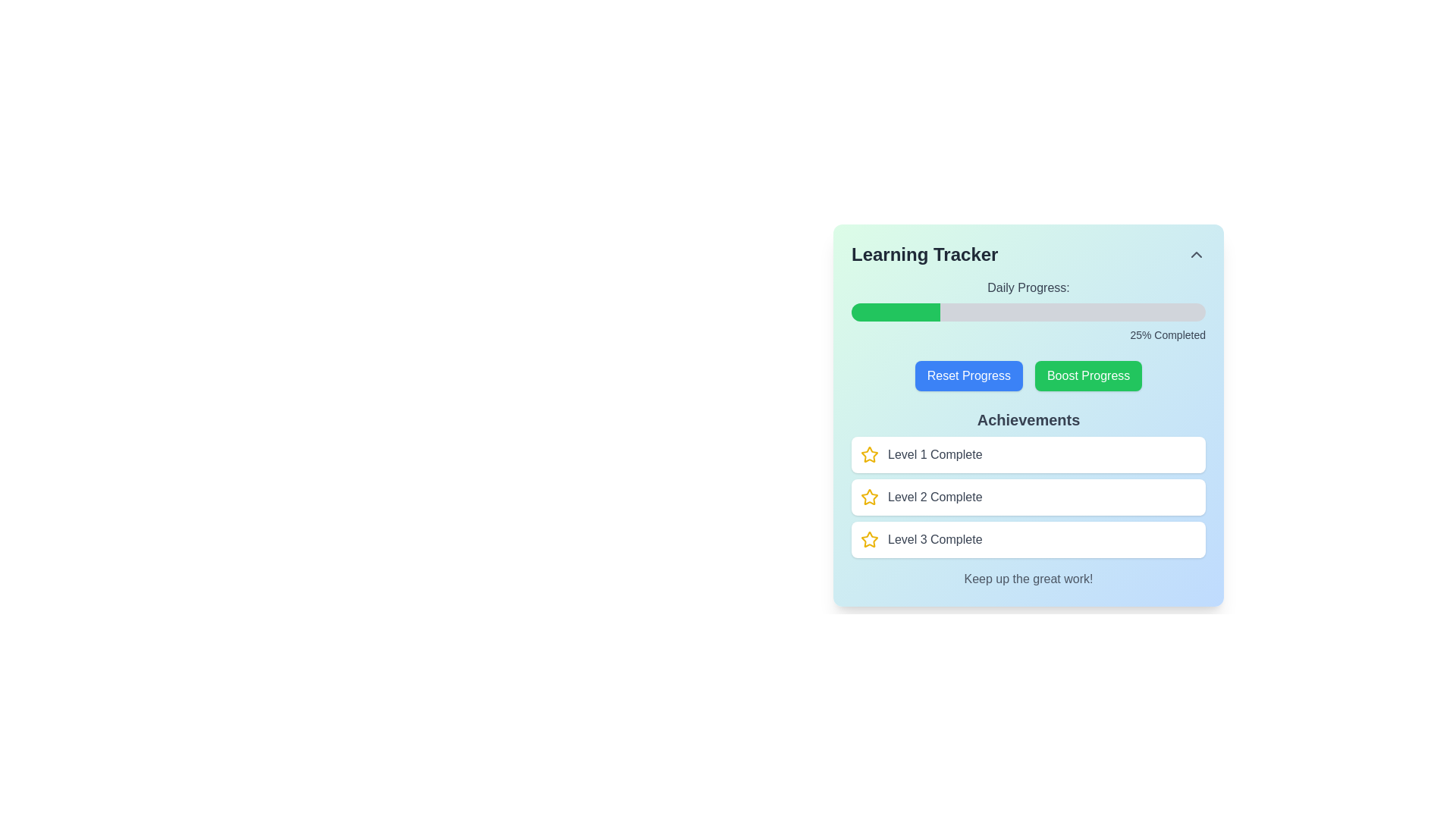 The image size is (1456, 819). I want to click on the static text label that reads 'Daily Progress:' in a bold, gray font, located at the top of the component, so click(1028, 288).